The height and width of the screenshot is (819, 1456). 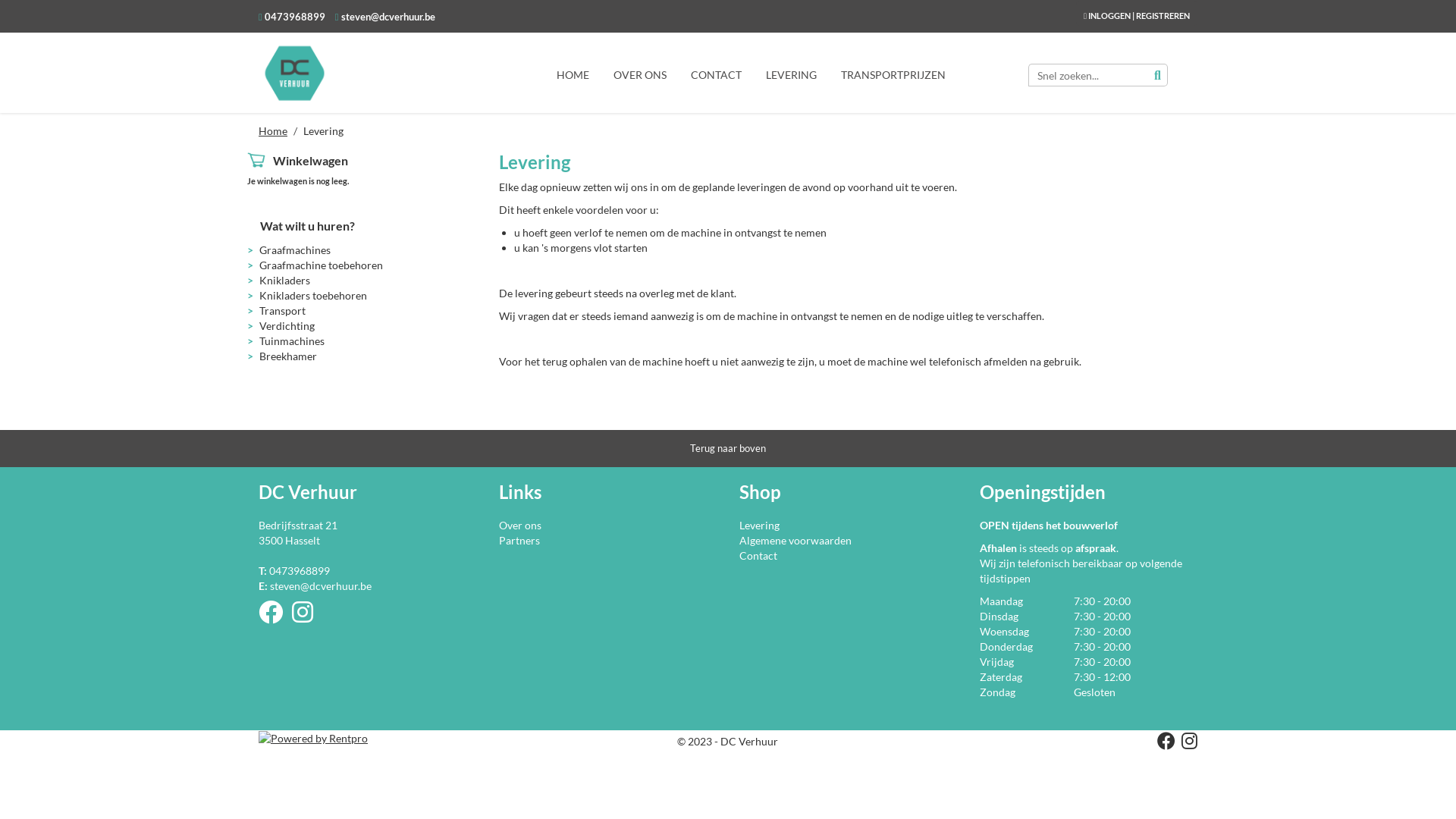 I want to click on 'Contact', so click(x=758, y=555).